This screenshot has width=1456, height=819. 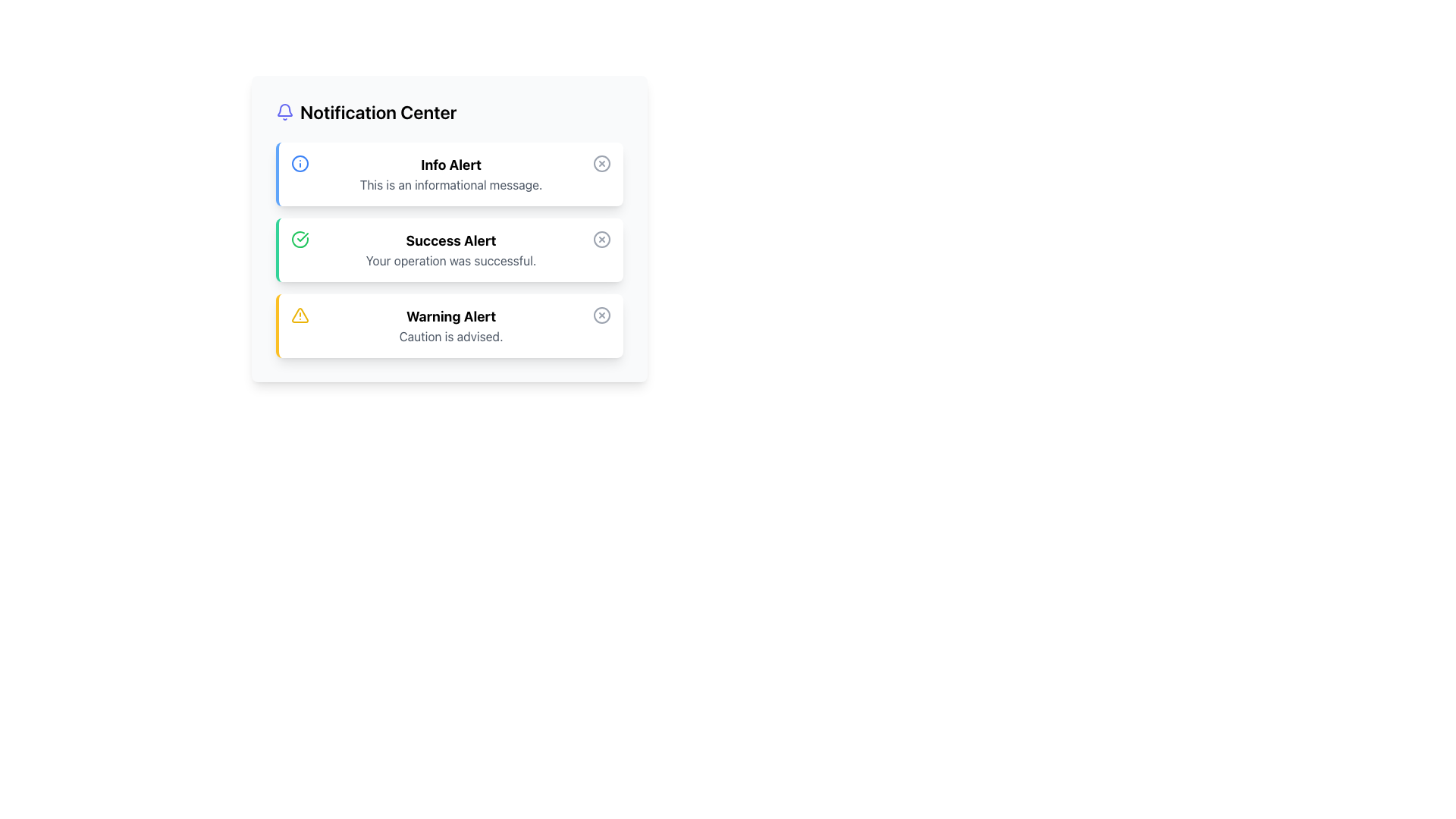 What do you see at coordinates (284, 109) in the screenshot?
I see `the bell-like graphical icon representing the notification feature located at the top-left of the 'Notification Center' card` at bounding box center [284, 109].